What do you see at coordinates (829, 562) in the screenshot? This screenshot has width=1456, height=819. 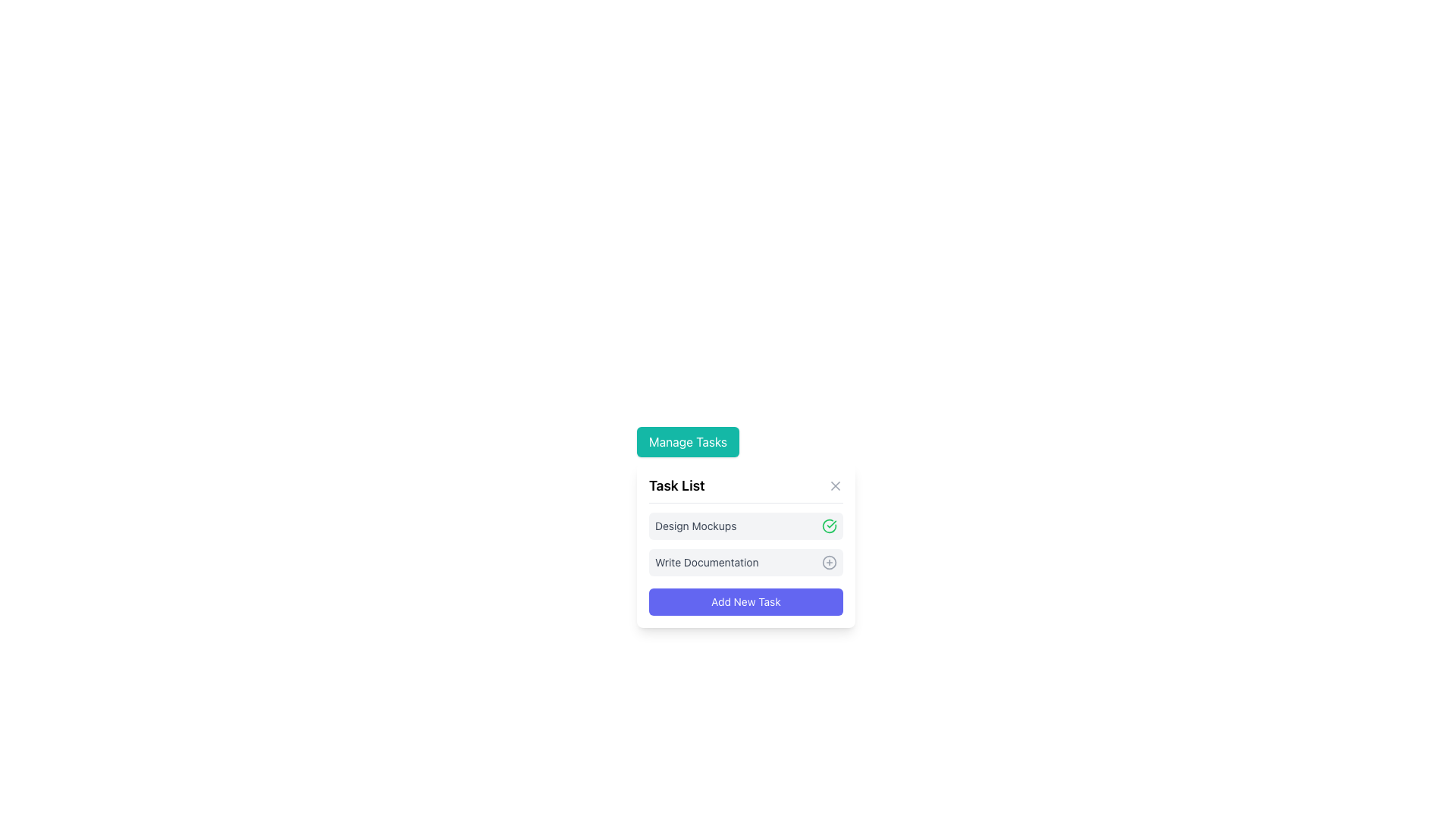 I see `the circular button with a plus symbol inside, located to the right of the 'Write Documentation' task item in the task list` at bounding box center [829, 562].